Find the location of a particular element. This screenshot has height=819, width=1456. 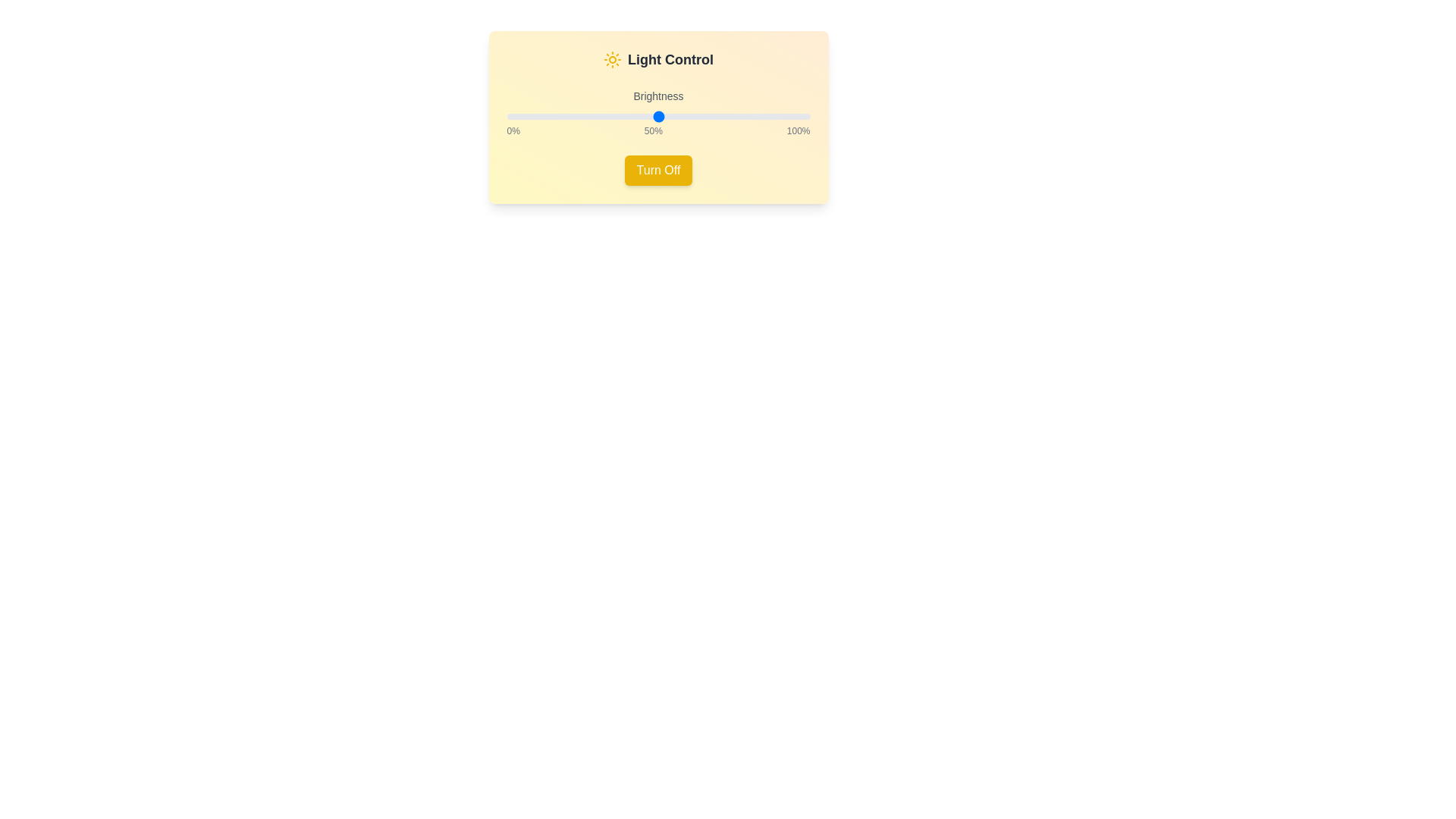

brightness is located at coordinates (786, 116).